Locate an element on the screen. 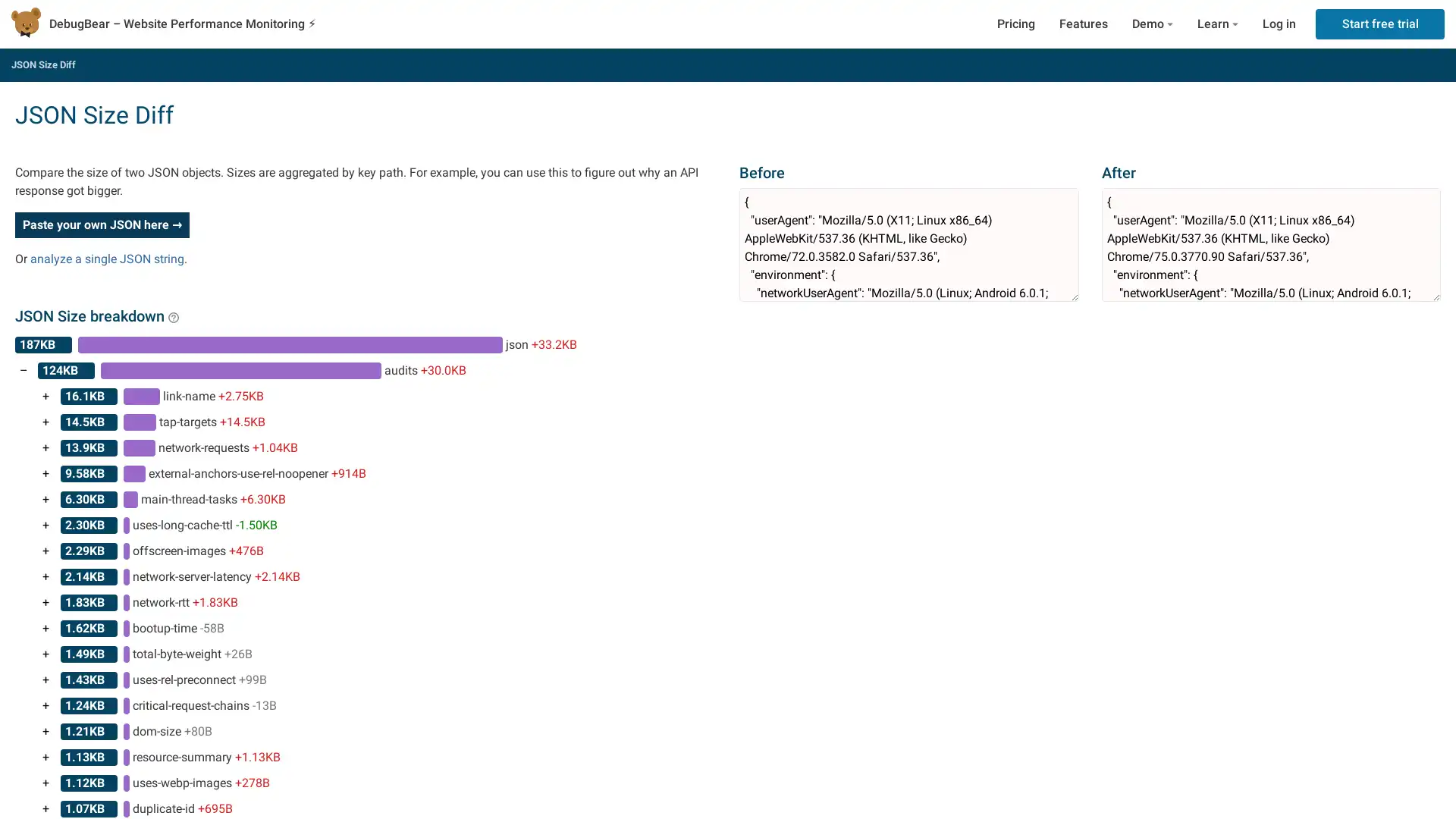 This screenshot has width=1456, height=819. + is located at coordinates (45, 447).